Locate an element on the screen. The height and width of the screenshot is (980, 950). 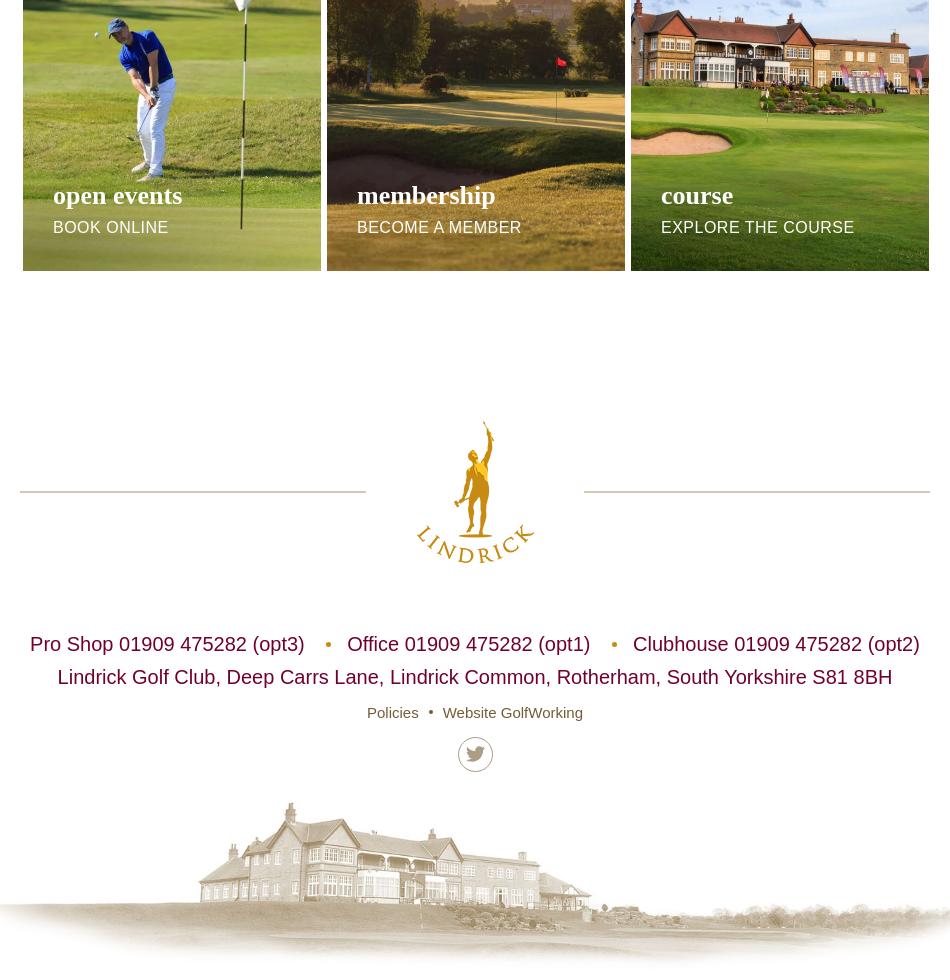
'Pro Shop 01909 475282 (opt3)' is located at coordinates (30, 642).